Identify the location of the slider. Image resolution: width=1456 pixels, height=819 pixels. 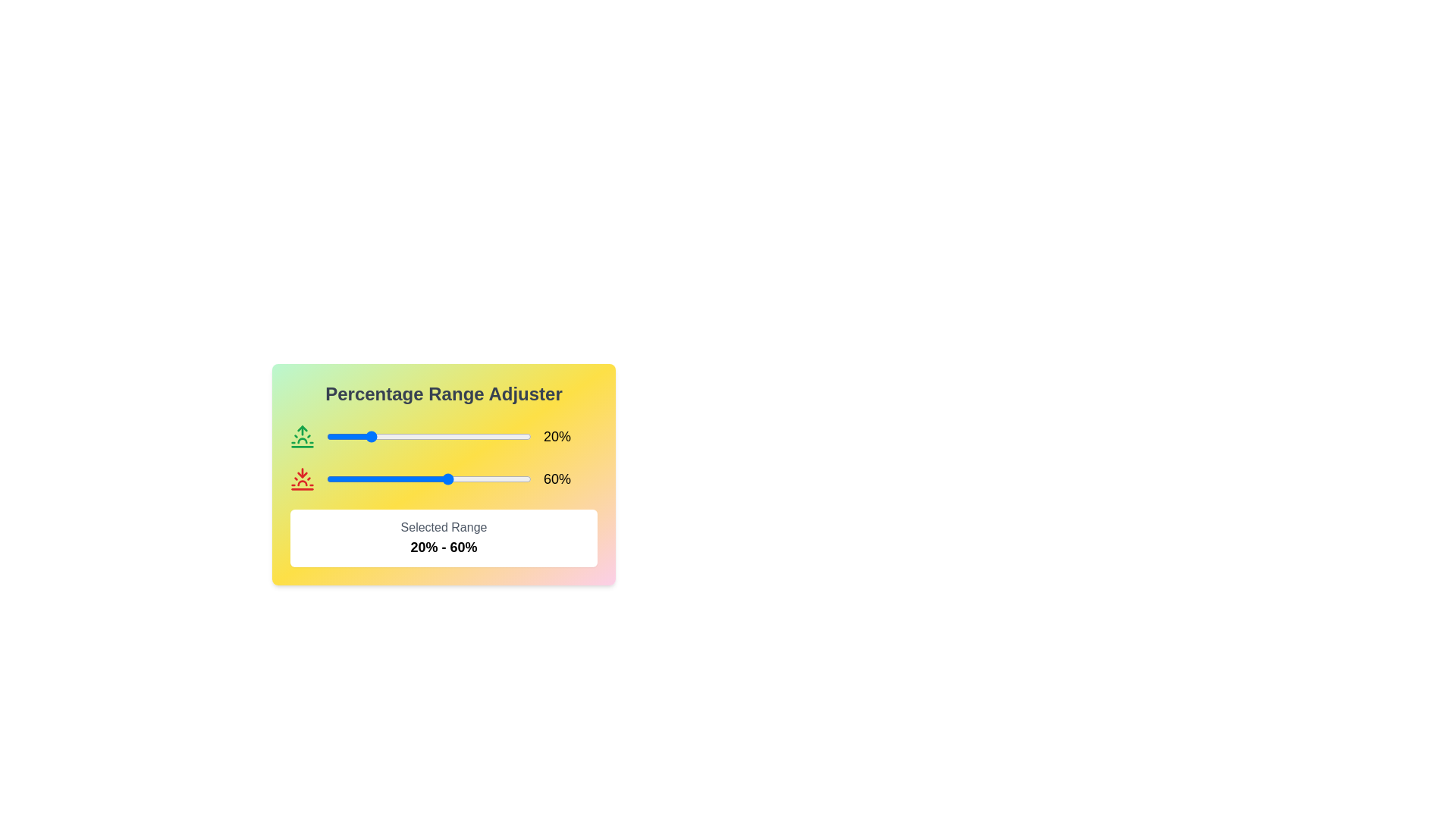
(359, 479).